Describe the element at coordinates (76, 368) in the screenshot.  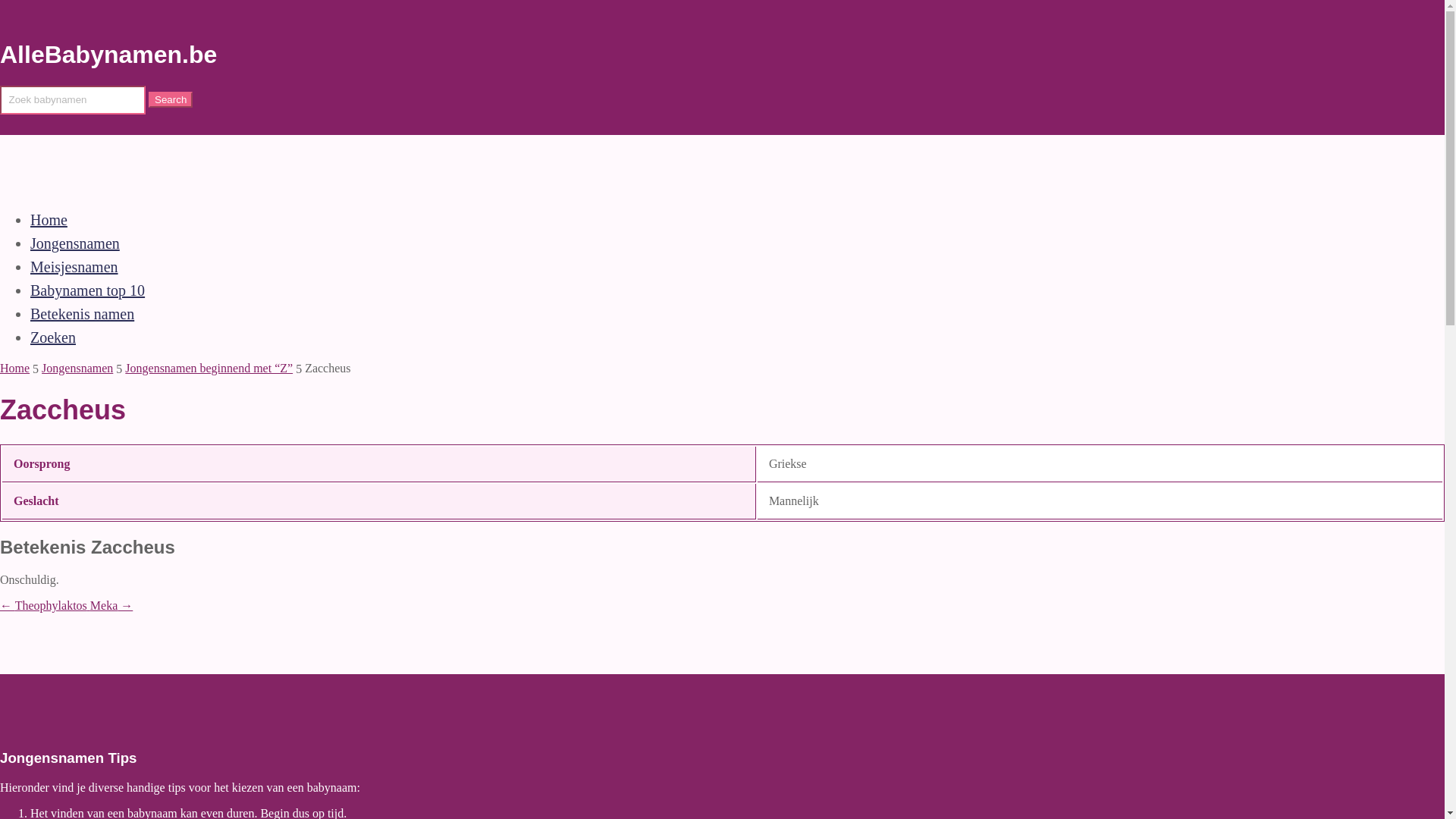
I see `'Jongensnamen'` at that location.